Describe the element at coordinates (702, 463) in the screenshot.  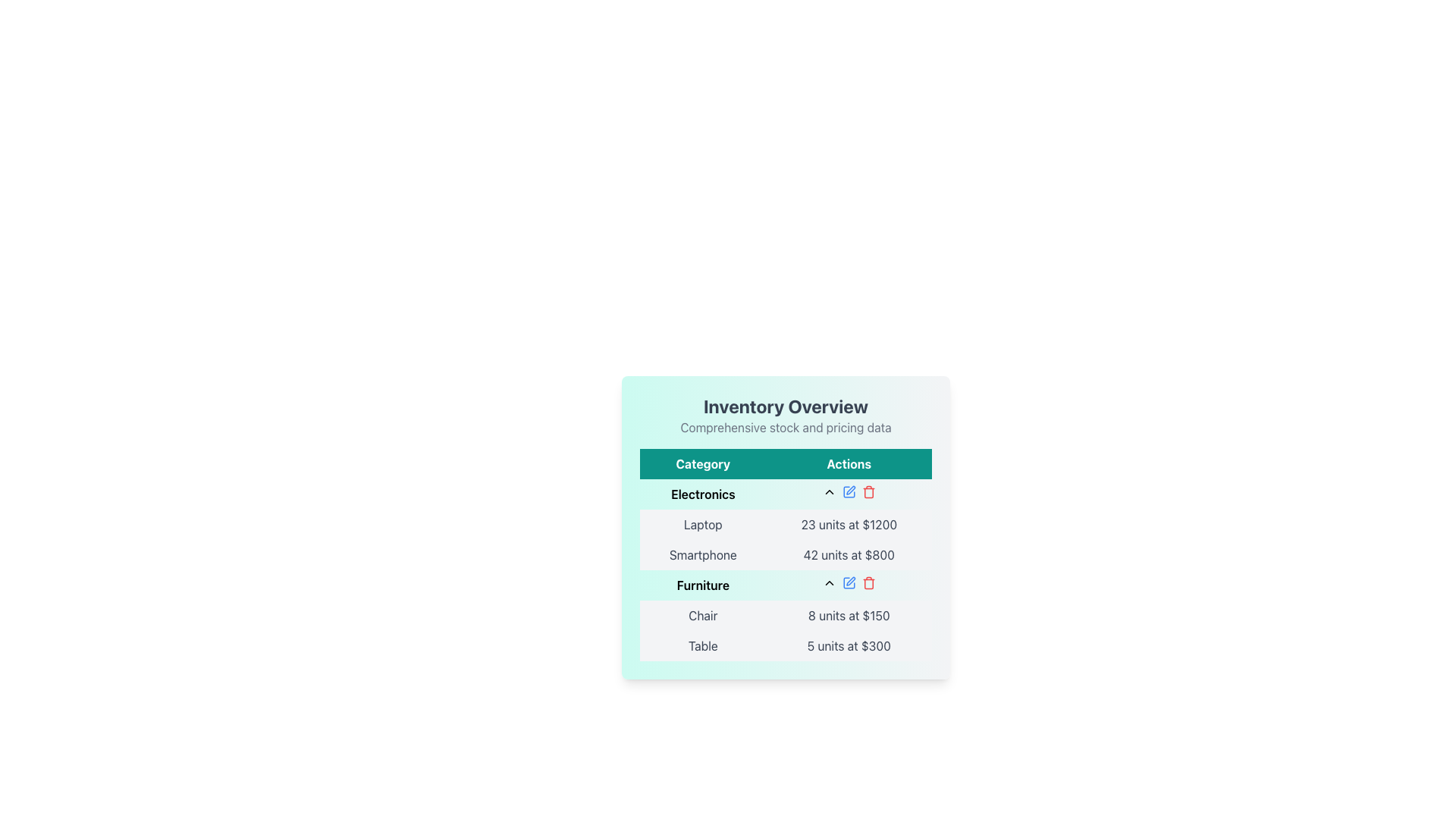
I see `text displayed in the 'Category' label, which is in bold white font on a teal background, located at the top left of the header section of the data table` at that location.